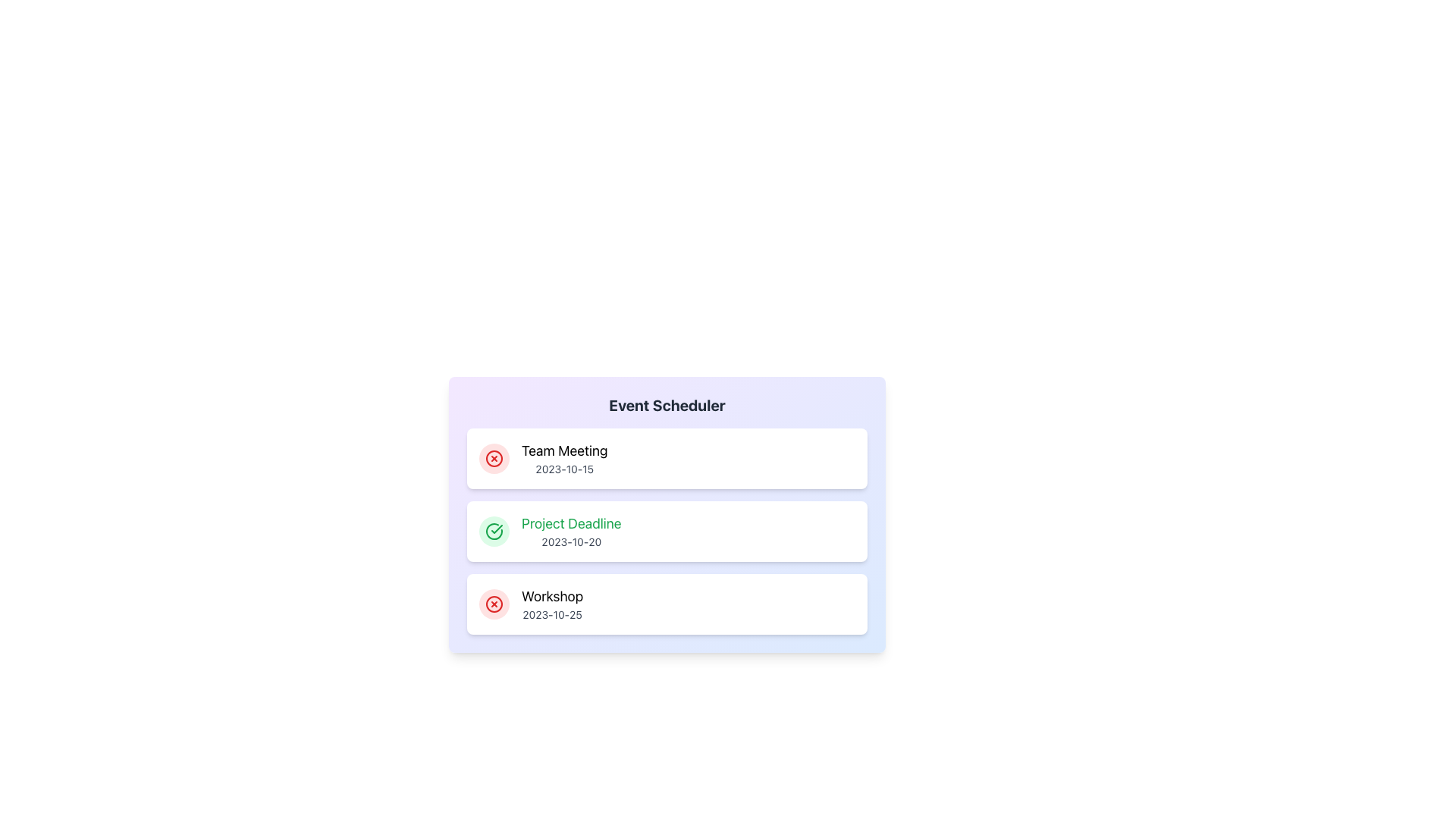 The image size is (1456, 819). What do you see at coordinates (551, 604) in the screenshot?
I see `event entry text display that shows the event name 'Workshop' and the date '2023-10-25' in the bottommost section of the vertical list on the Event Scheduler interface` at bounding box center [551, 604].